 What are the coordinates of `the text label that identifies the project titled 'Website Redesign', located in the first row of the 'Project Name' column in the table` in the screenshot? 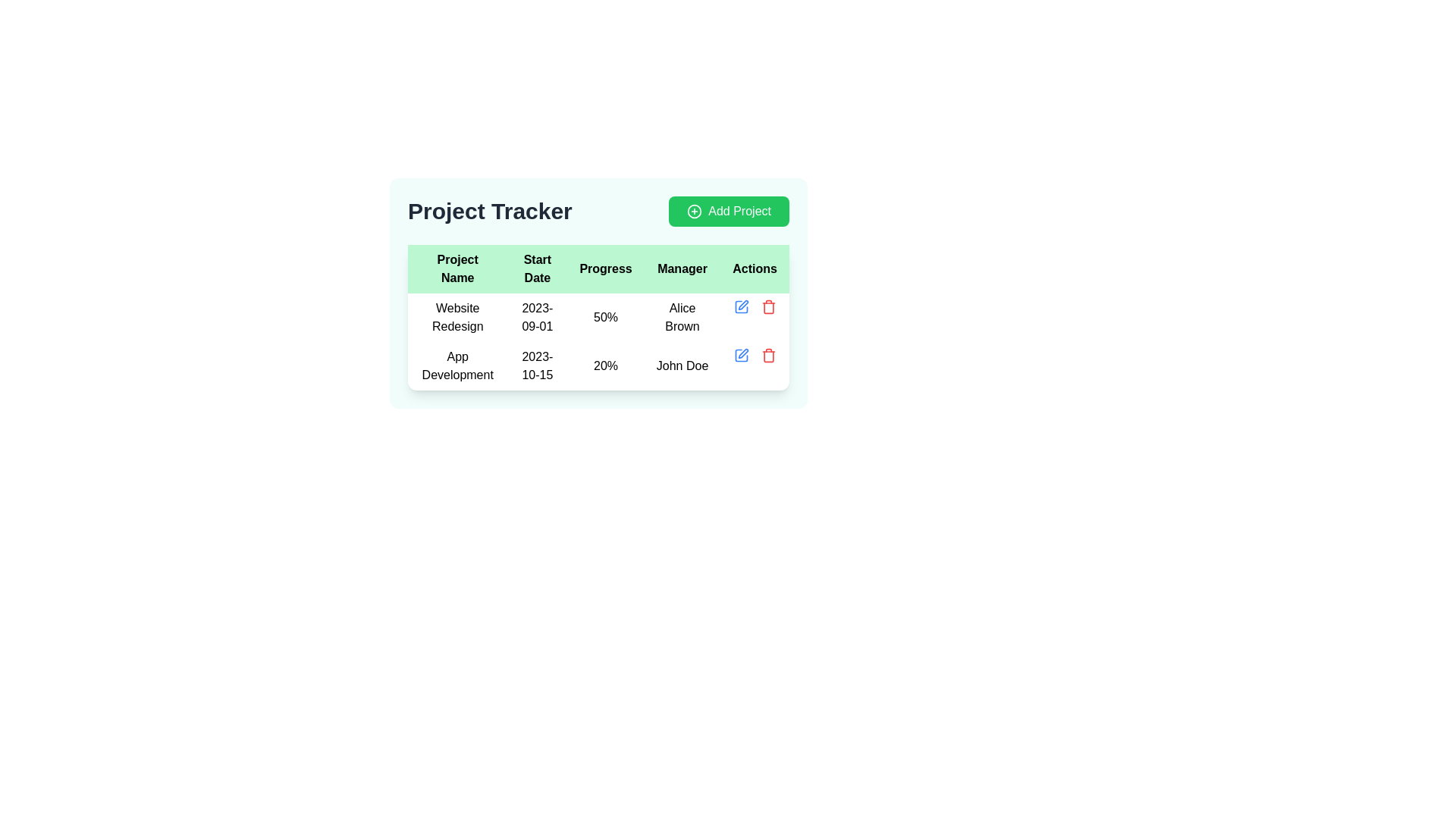 It's located at (457, 317).